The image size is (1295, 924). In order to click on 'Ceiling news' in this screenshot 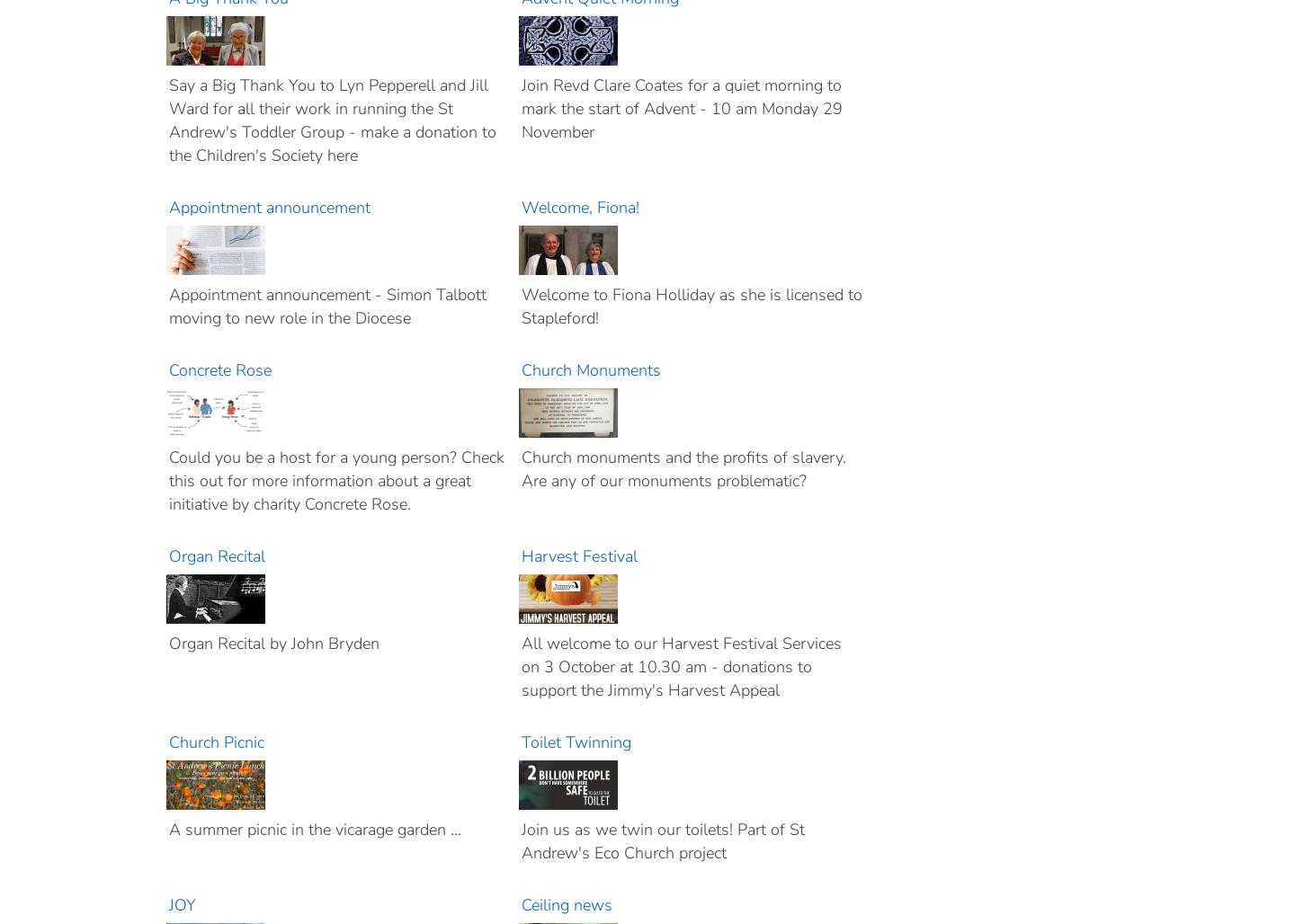, I will do `click(567, 904)`.